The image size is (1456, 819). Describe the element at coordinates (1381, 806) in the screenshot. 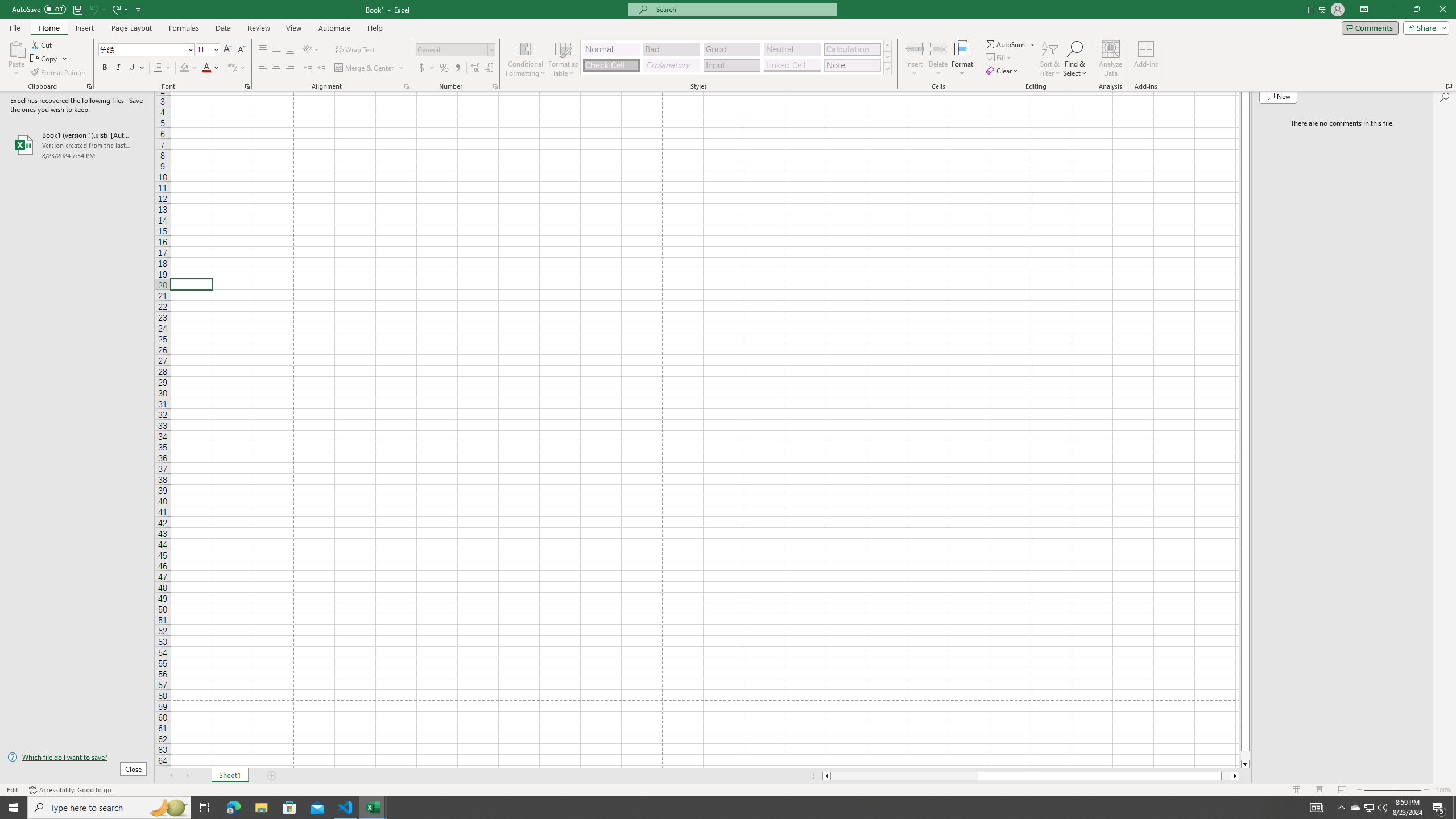

I see `'Q2790: 100%'` at that location.